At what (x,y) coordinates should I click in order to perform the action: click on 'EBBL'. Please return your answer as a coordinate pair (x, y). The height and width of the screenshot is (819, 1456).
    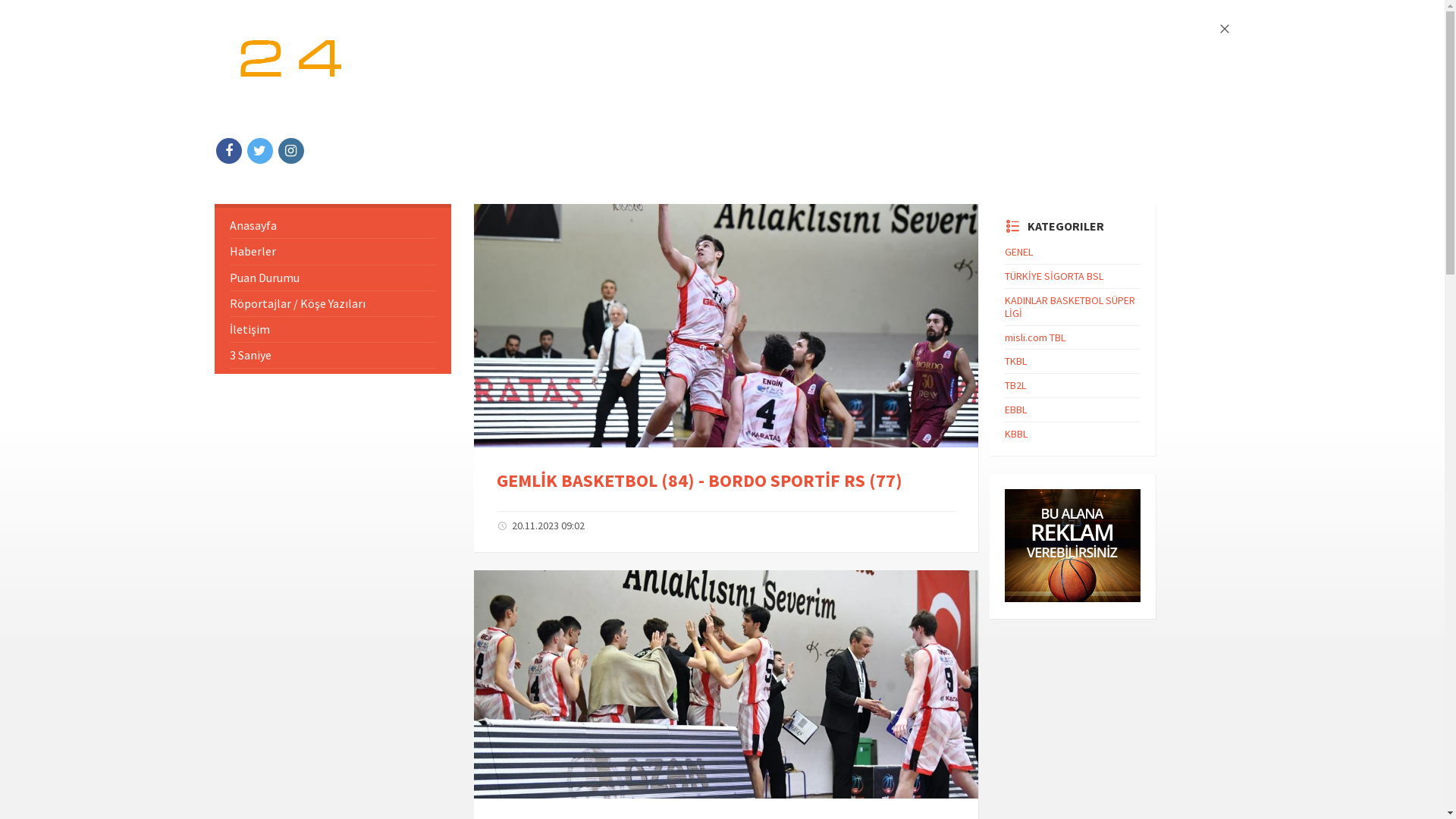
    Looking at the image, I should click on (1015, 409).